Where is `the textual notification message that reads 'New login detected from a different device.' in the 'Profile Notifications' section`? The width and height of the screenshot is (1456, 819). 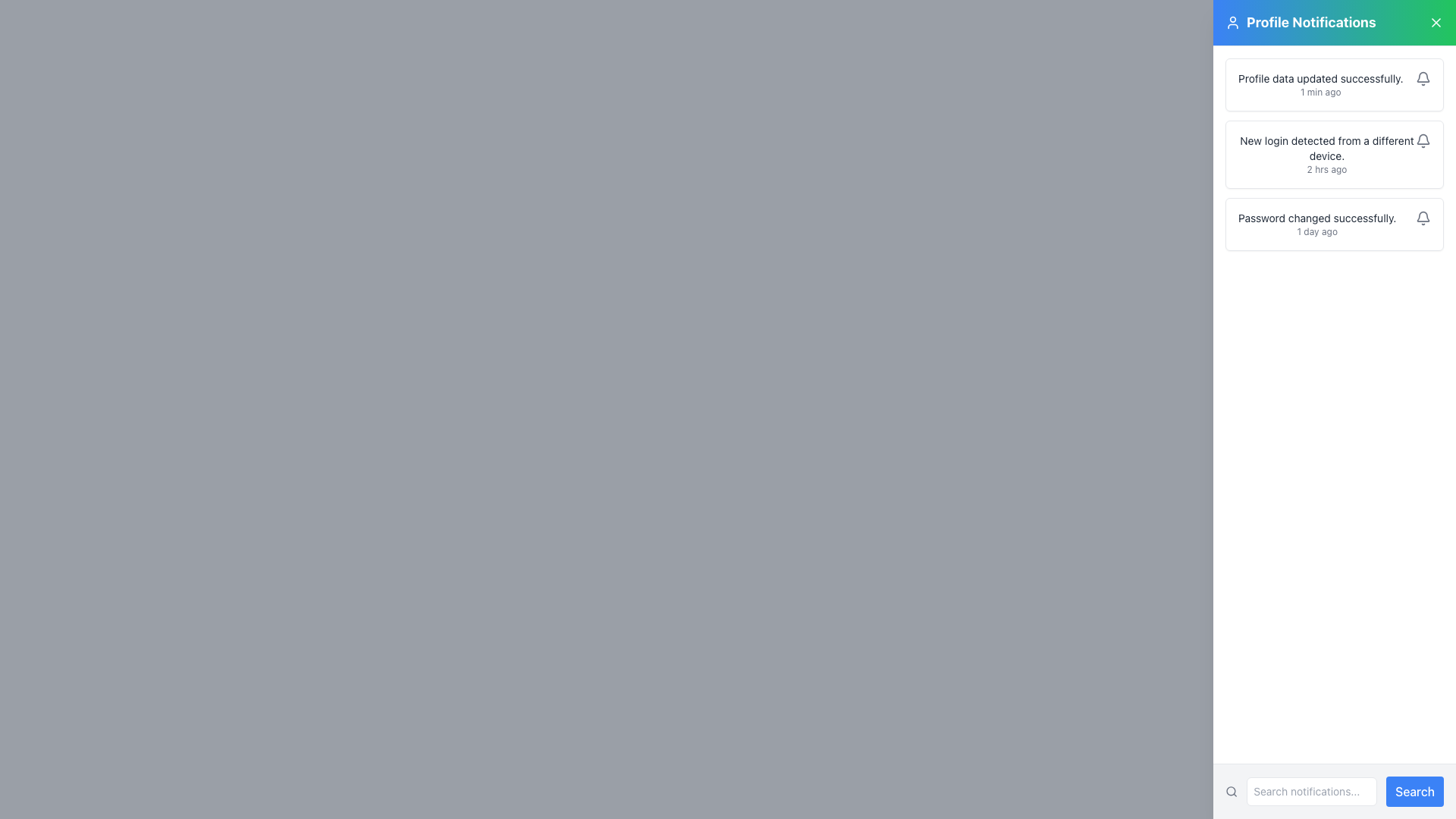
the textual notification message that reads 'New login detected from a different device.' in the 'Profile Notifications' section is located at coordinates (1326, 149).